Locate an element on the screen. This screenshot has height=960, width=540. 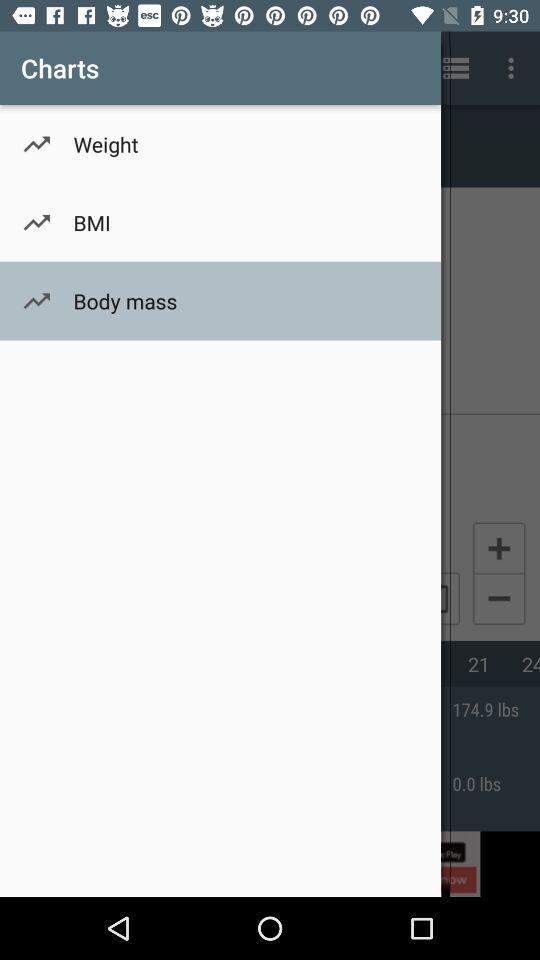
the minus icon is located at coordinates (498, 600).